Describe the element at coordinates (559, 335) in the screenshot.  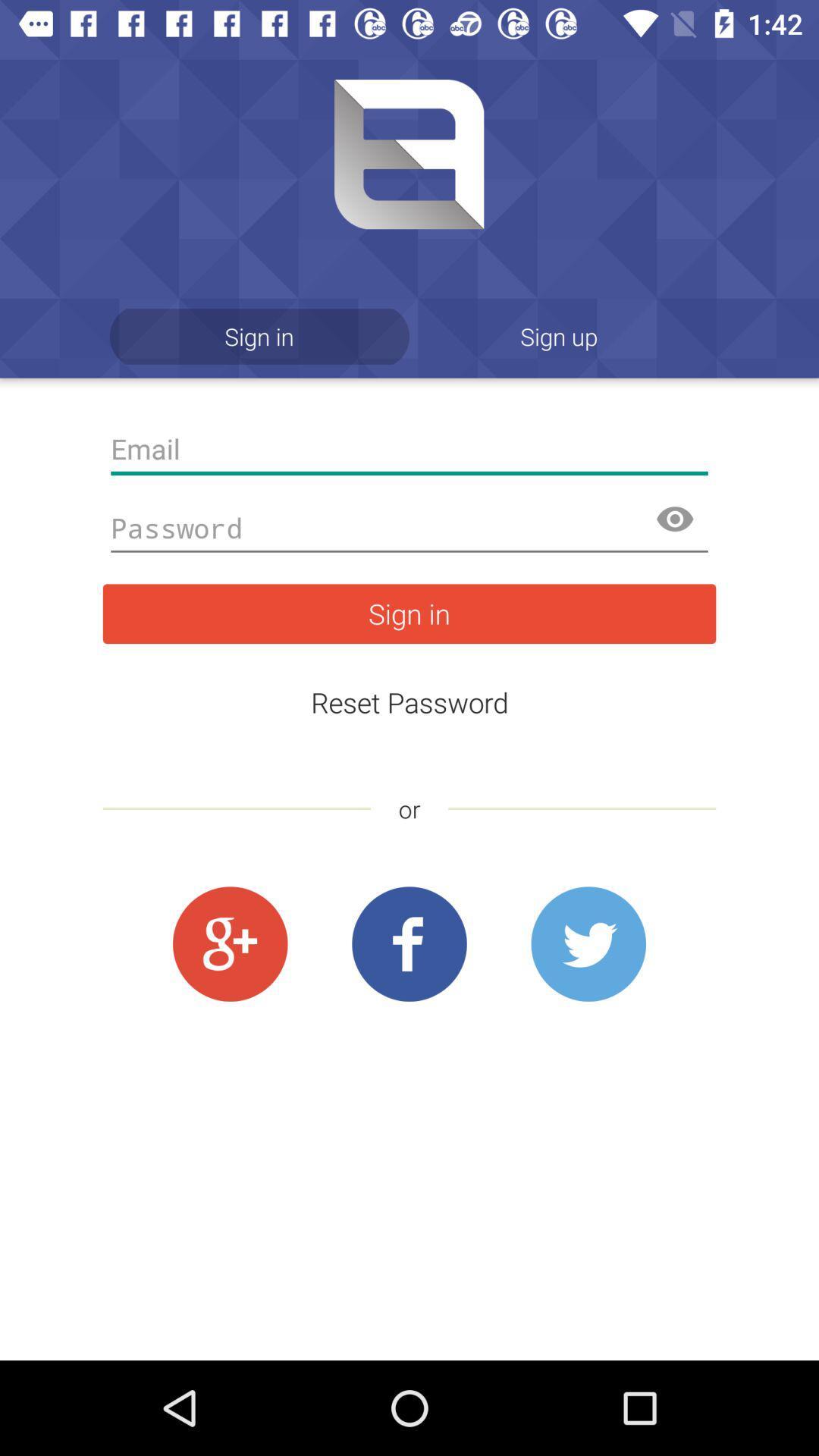
I see `the app to the right of the sign in icon` at that location.